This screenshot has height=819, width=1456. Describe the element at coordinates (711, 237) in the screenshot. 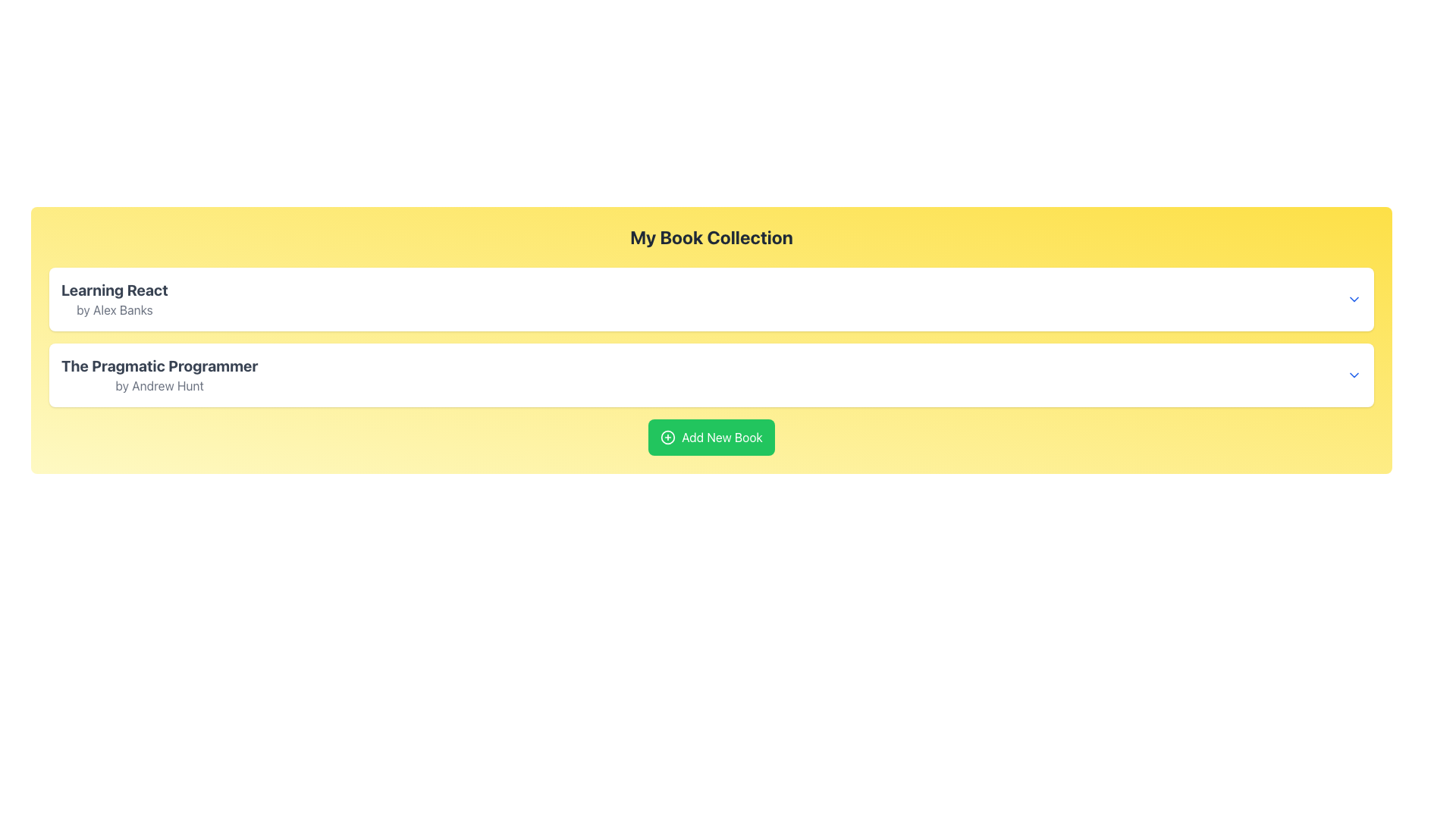

I see `the Text Header element of the 'My Book Collection' section, which is the title header positioned above the book listing in a yellow gradient area` at that location.